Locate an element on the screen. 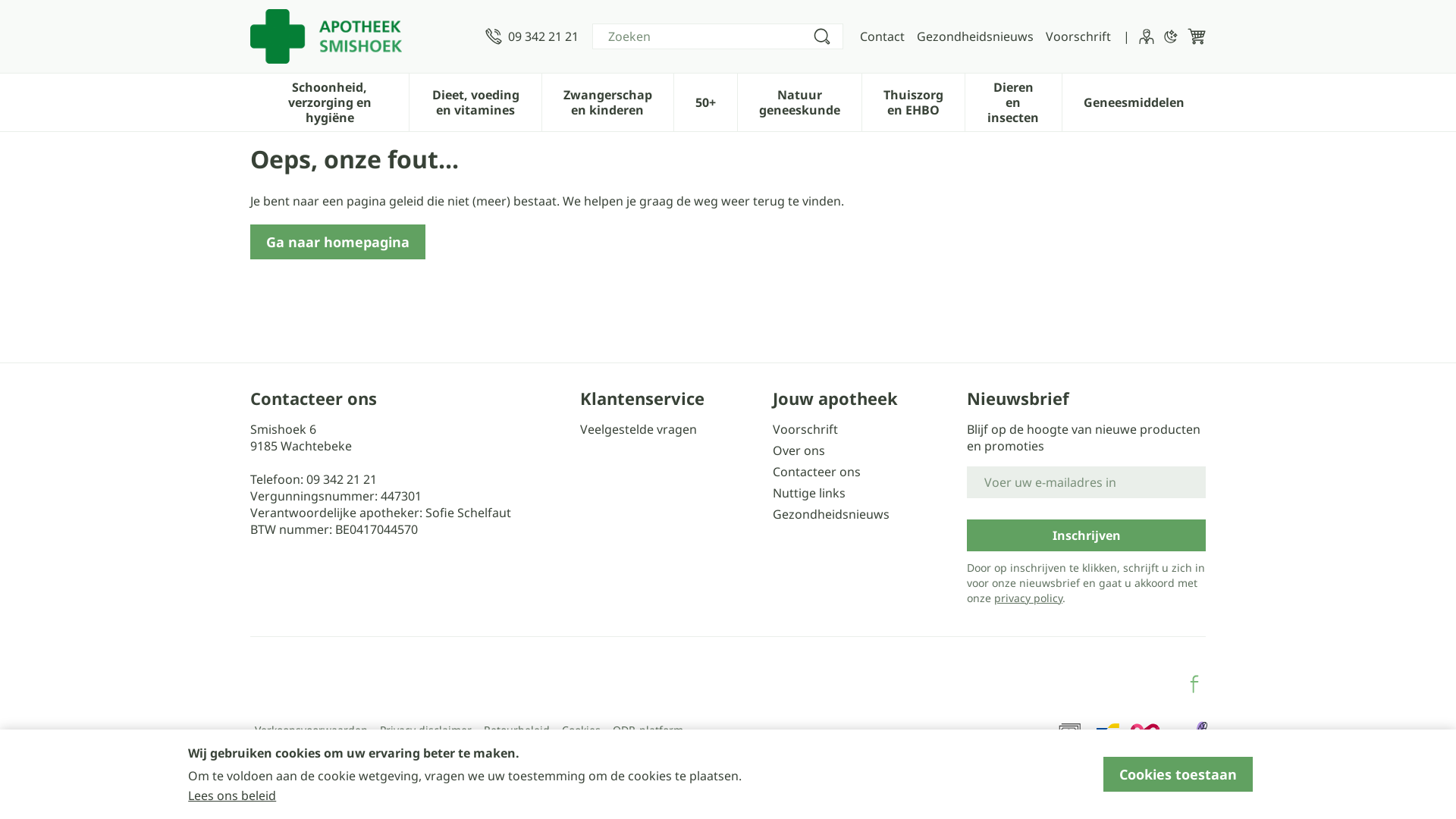  'Apotheek Smishoek' is located at coordinates (360, 35).